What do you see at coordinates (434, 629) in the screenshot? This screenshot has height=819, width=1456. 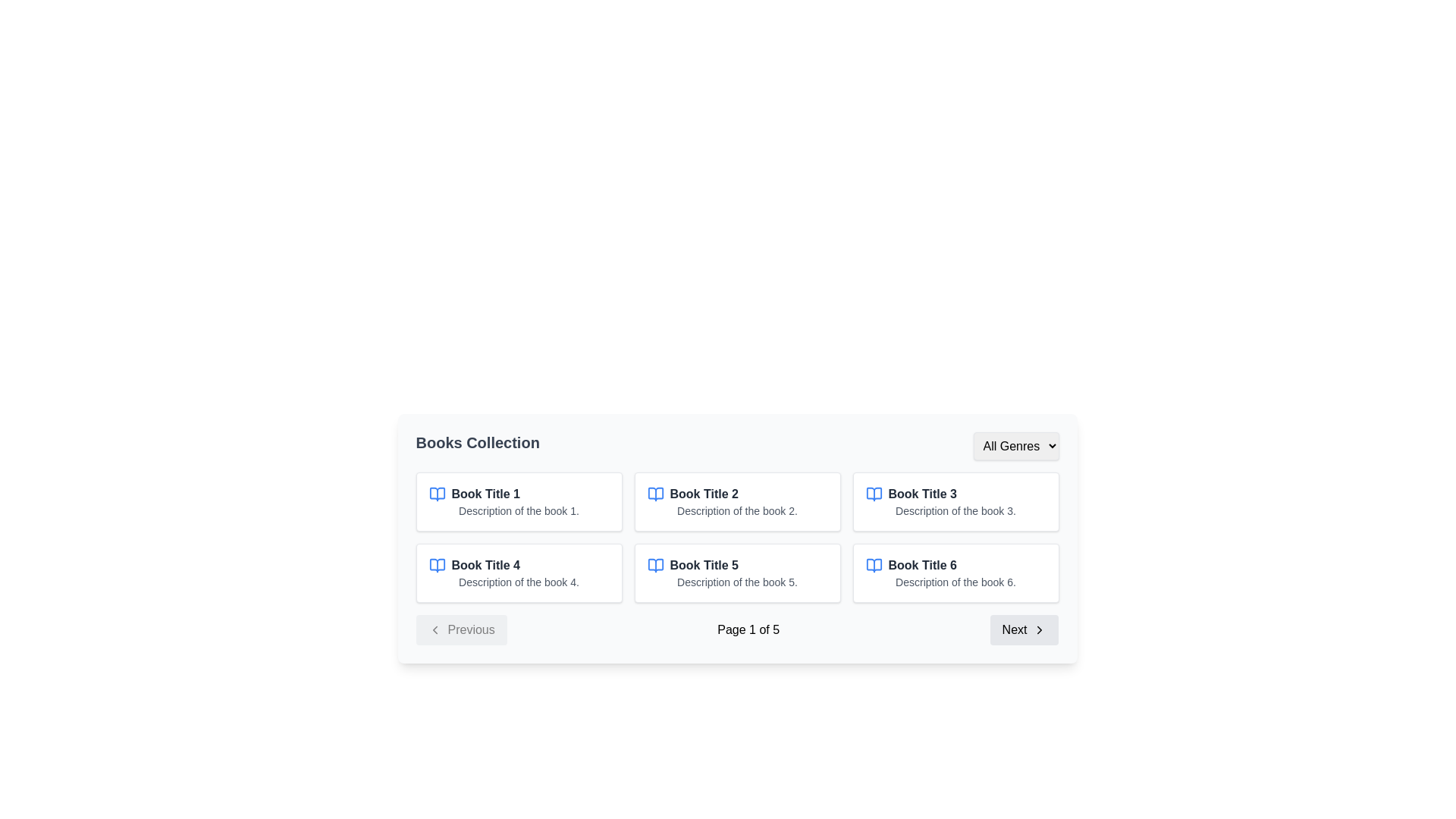 I see `the chevron icon located to the left of the 'Previous' button in the 'Books Collection' interface` at bounding box center [434, 629].